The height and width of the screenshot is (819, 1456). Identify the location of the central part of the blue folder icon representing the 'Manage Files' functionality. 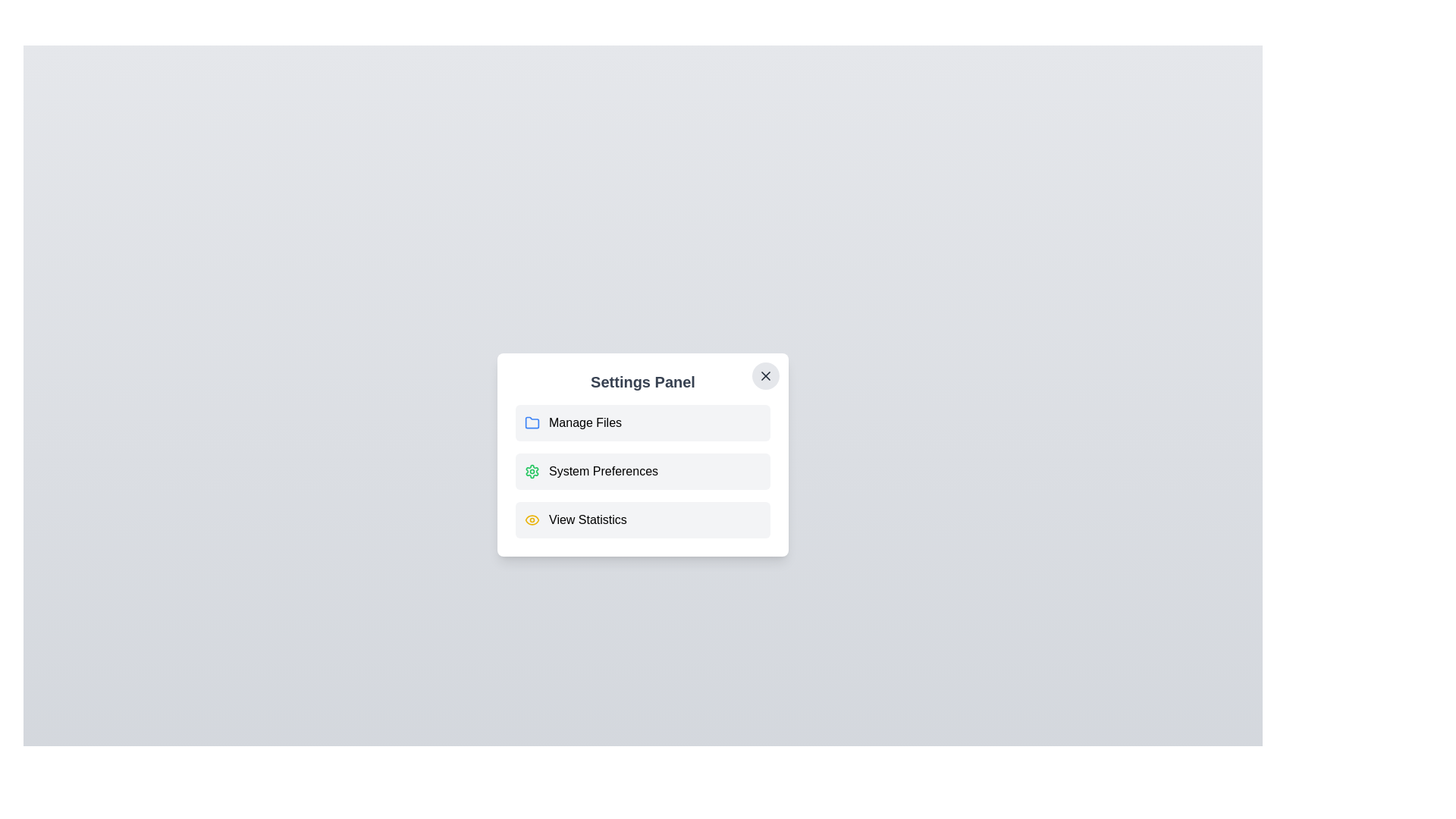
(532, 422).